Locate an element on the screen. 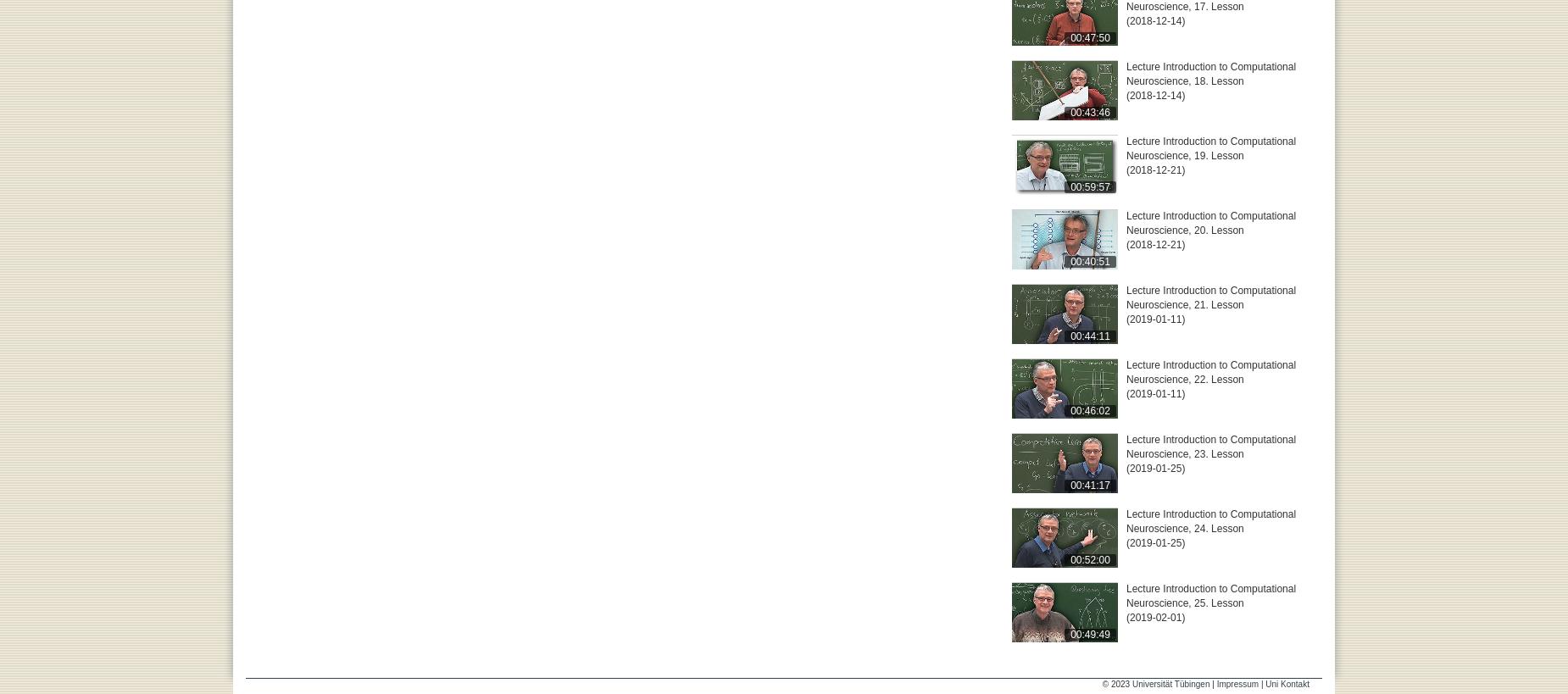 The image size is (1568, 694). 'Lecture Introduction to Computational Neuroscience, 23. Lesson' is located at coordinates (1210, 446).